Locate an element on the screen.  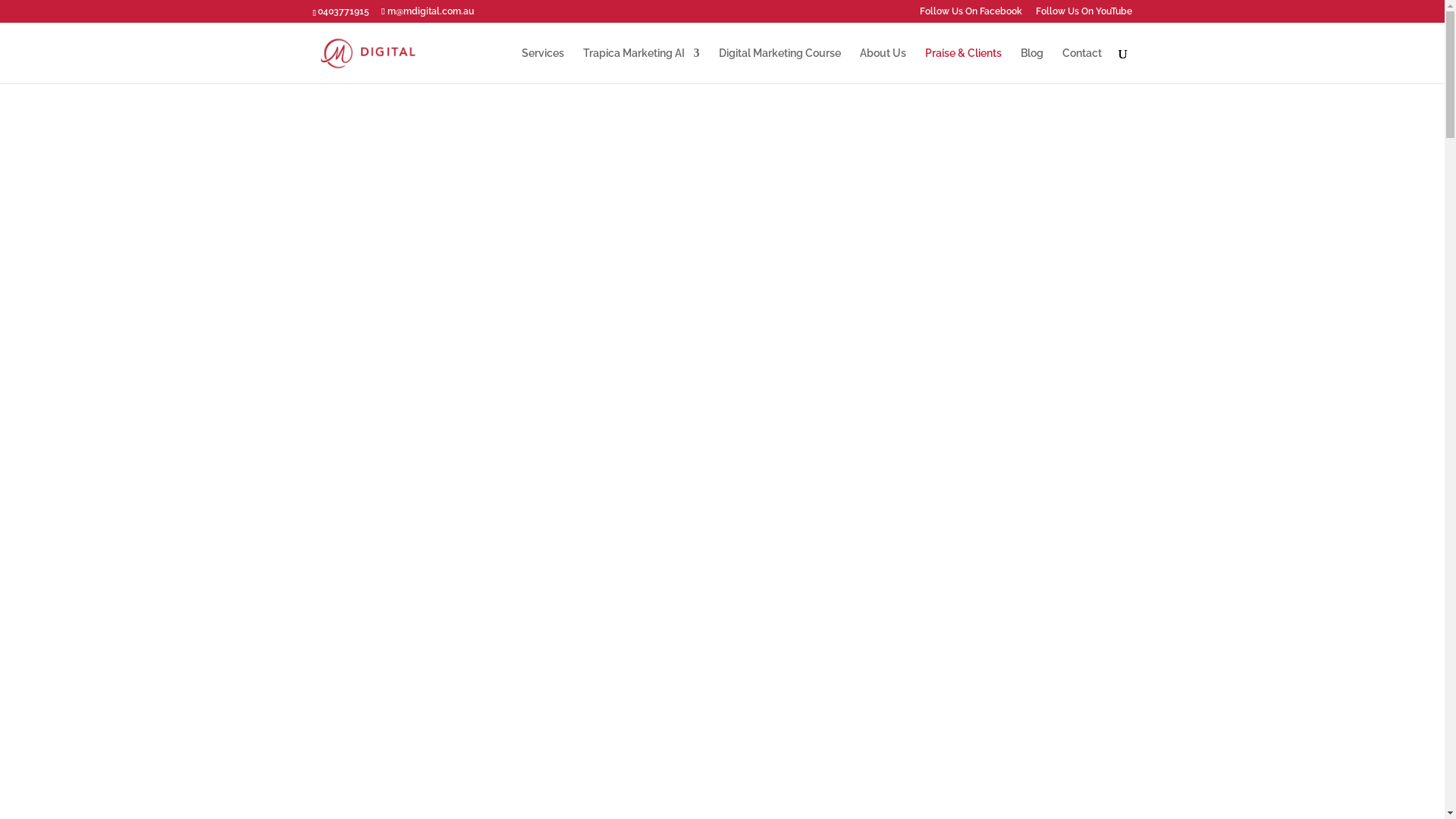
'Digital Marketing Course' is located at coordinates (780, 64).